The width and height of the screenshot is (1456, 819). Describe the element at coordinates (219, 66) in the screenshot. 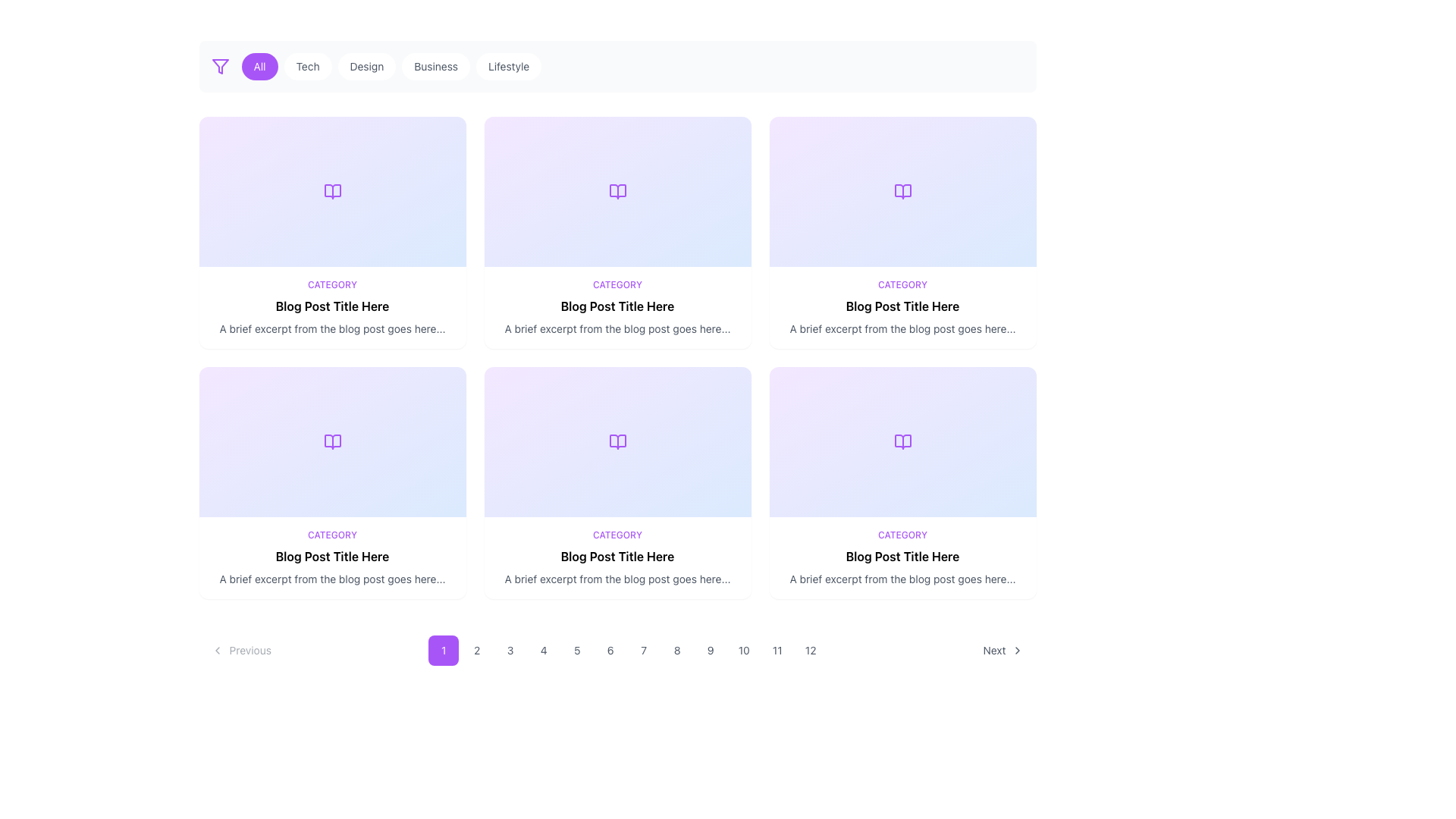

I see `the triangular funnel-shaped icon with a purple outline located at the top left section of the interface` at that location.